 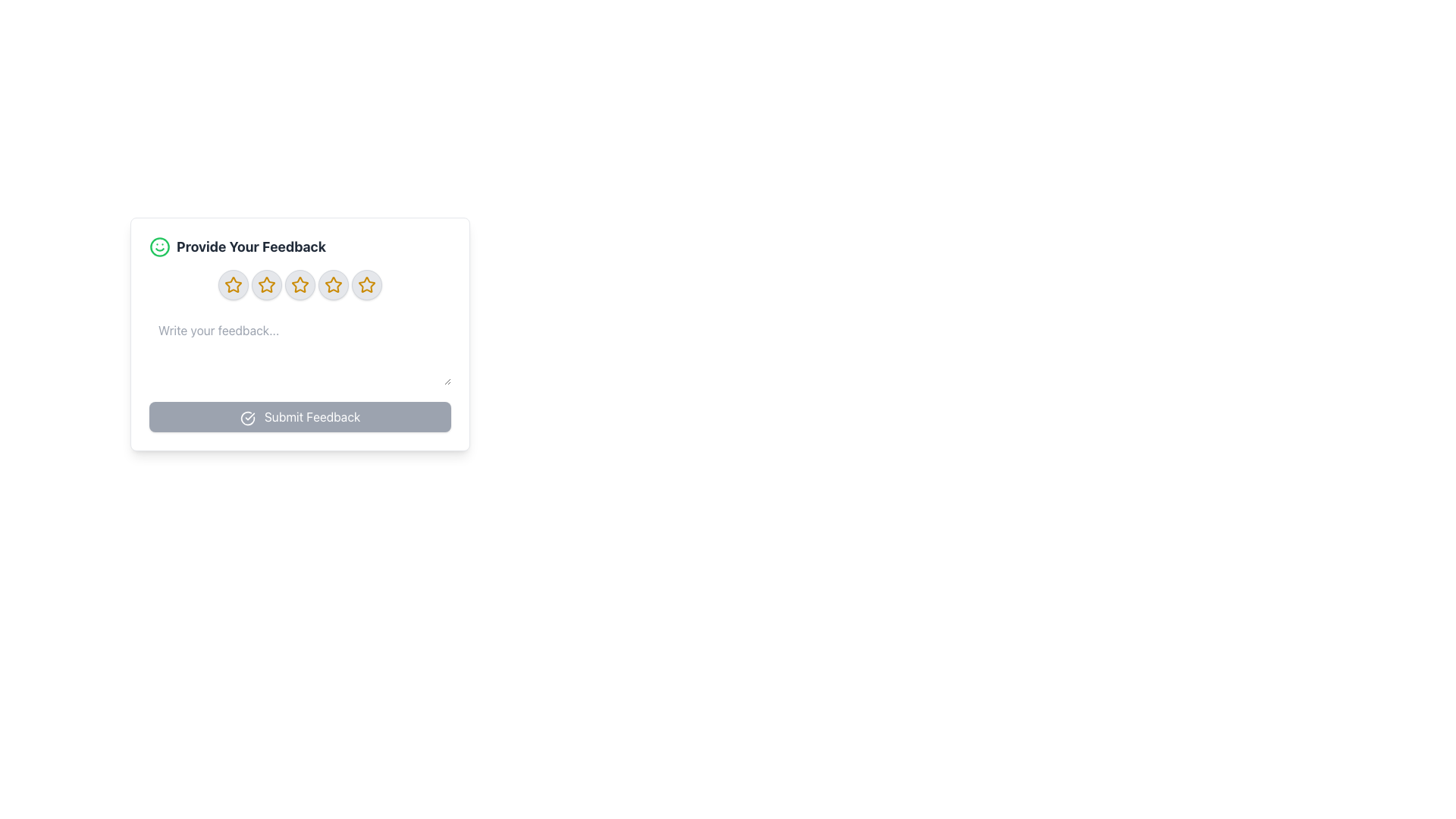 I want to click on the first star in the rating mechanism, so click(x=232, y=284).